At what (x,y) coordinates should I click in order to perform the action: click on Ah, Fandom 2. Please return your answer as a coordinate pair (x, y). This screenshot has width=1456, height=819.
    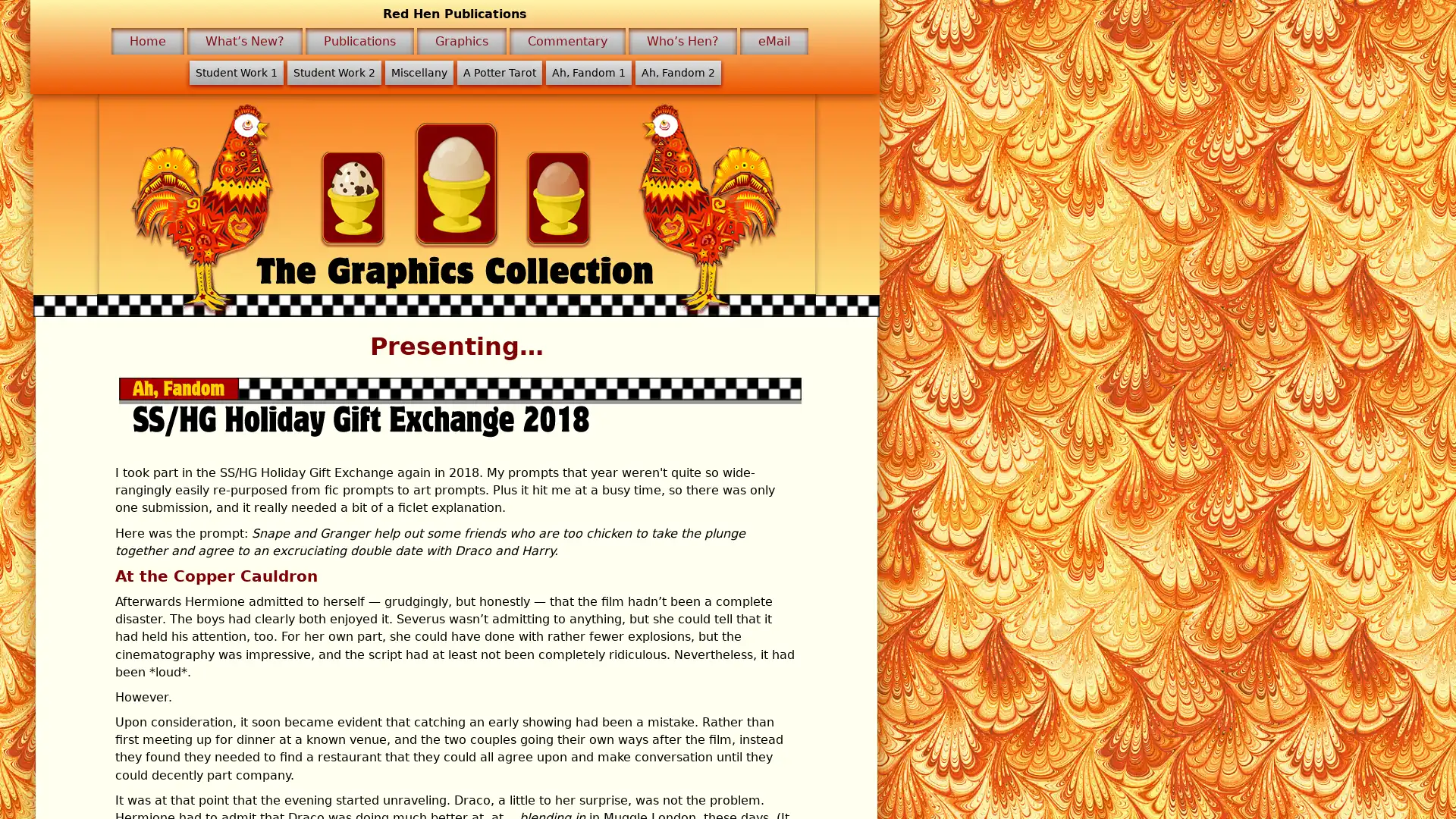
    Looking at the image, I should click on (676, 73).